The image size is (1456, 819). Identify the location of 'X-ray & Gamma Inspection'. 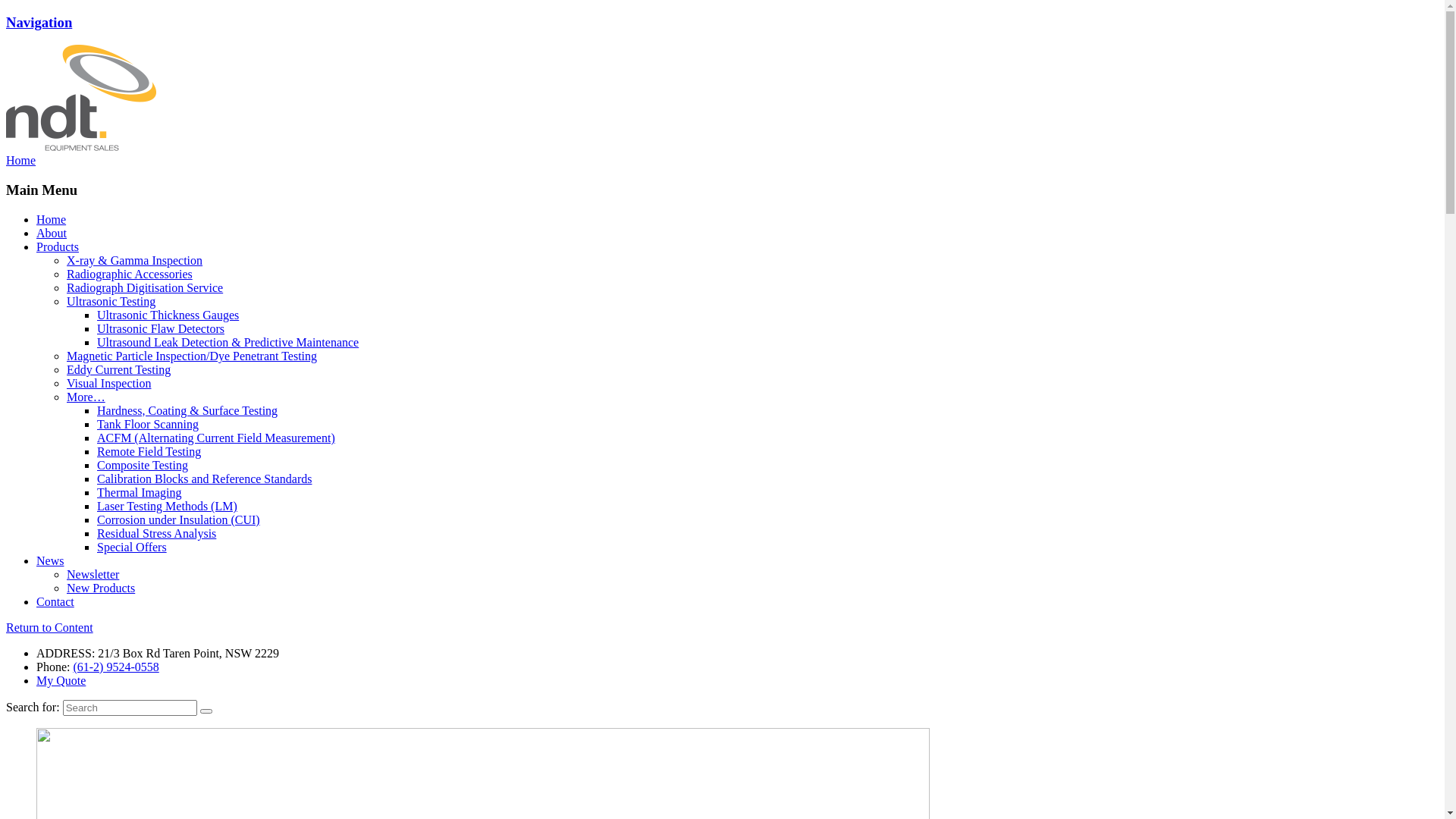
(134, 259).